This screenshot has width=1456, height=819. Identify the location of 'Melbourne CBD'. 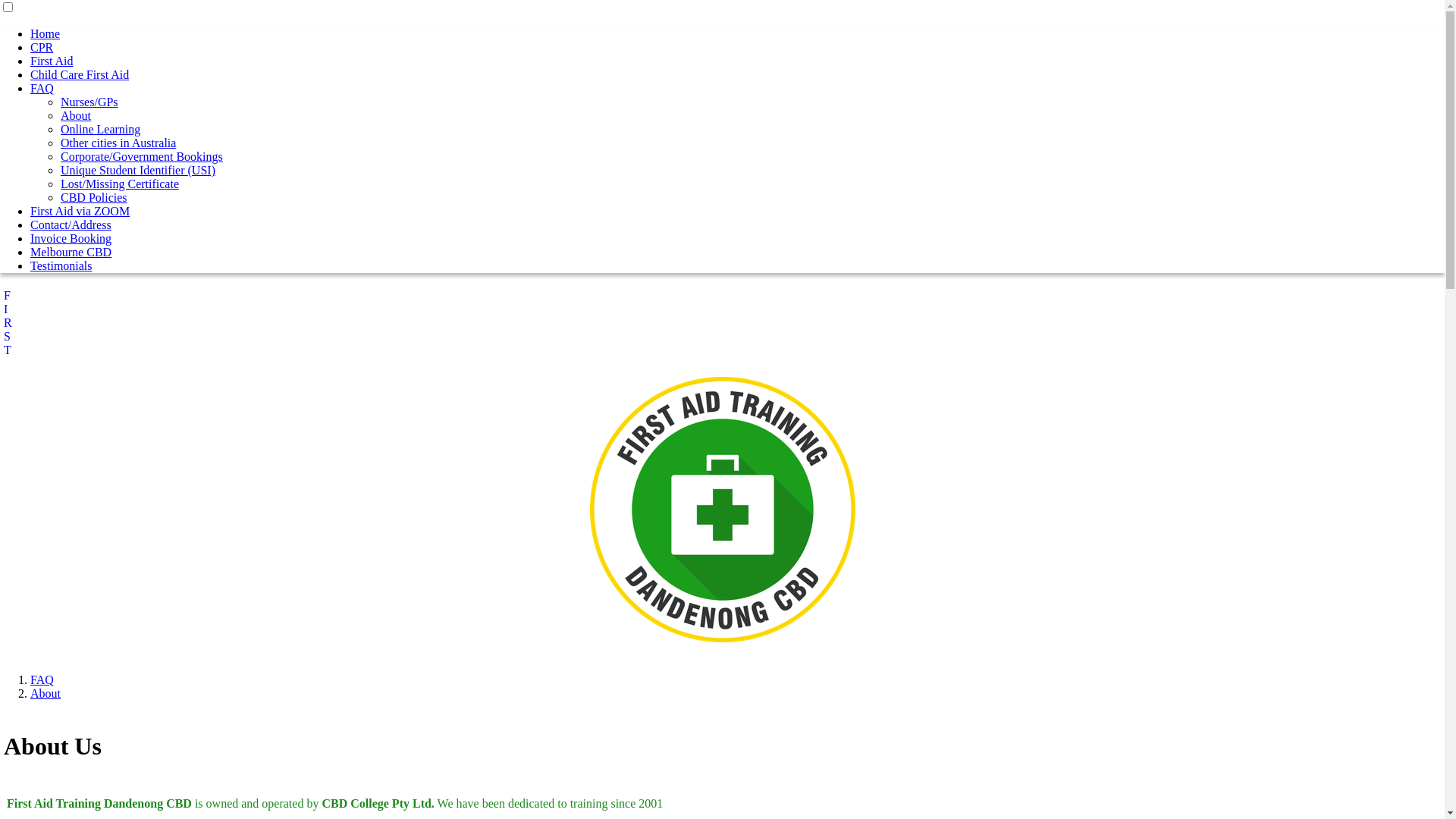
(70, 251).